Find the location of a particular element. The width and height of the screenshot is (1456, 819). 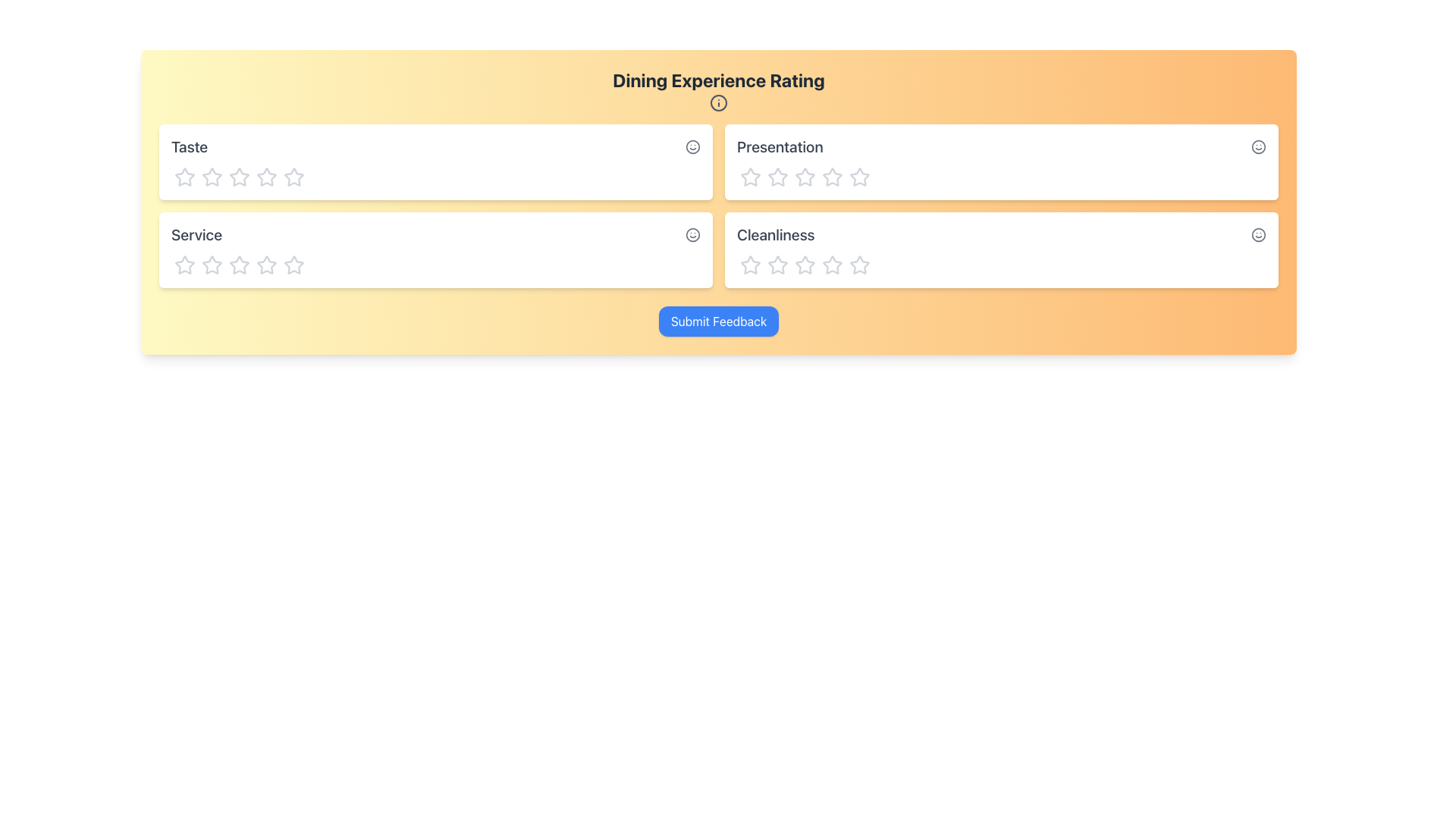

the cleanliness rating input element is located at coordinates (1001, 249).